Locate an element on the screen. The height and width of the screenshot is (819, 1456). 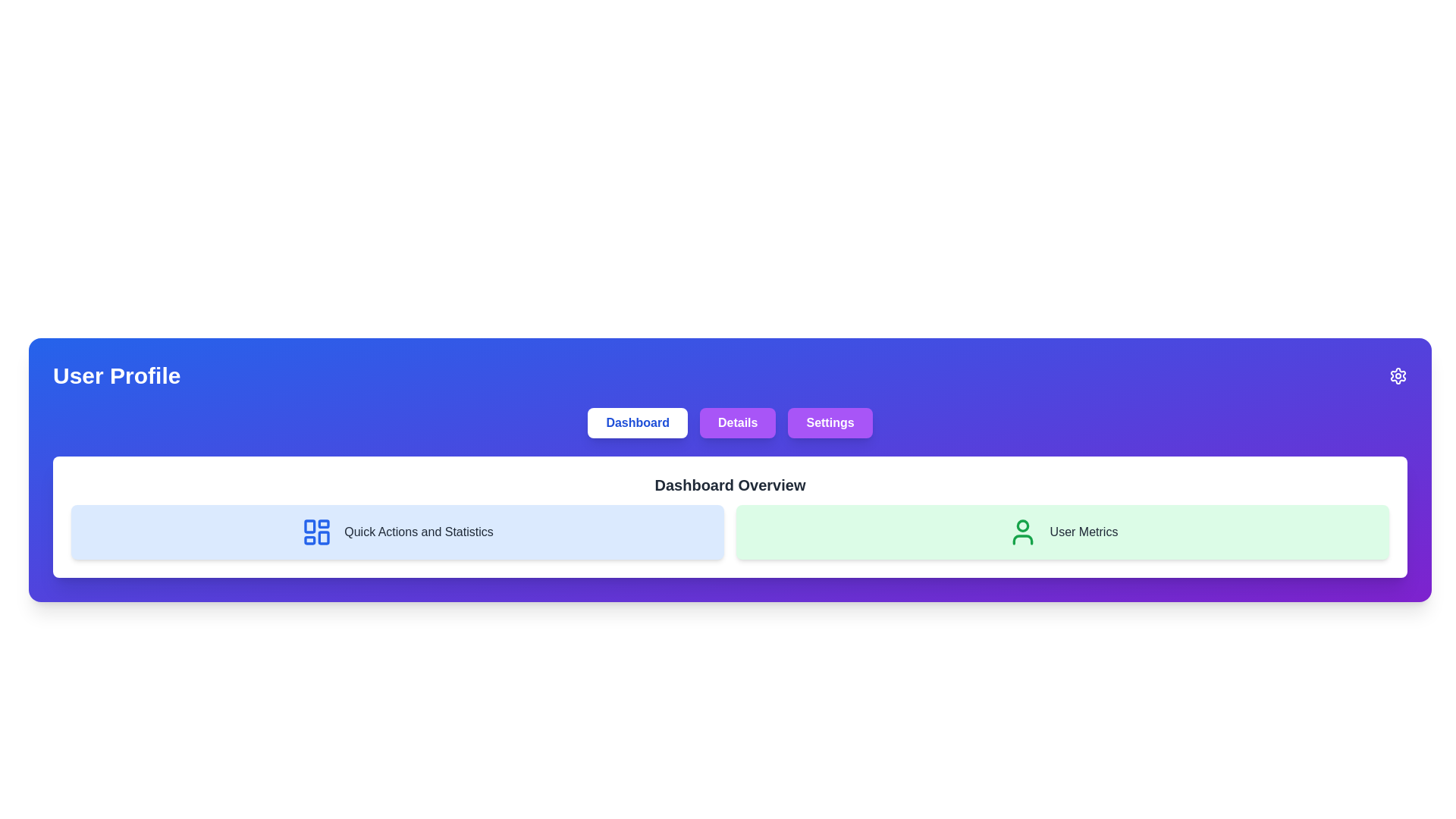
the upper-left rectangle of the SVG icon located on the left side of the interface is located at coordinates (309, 526).